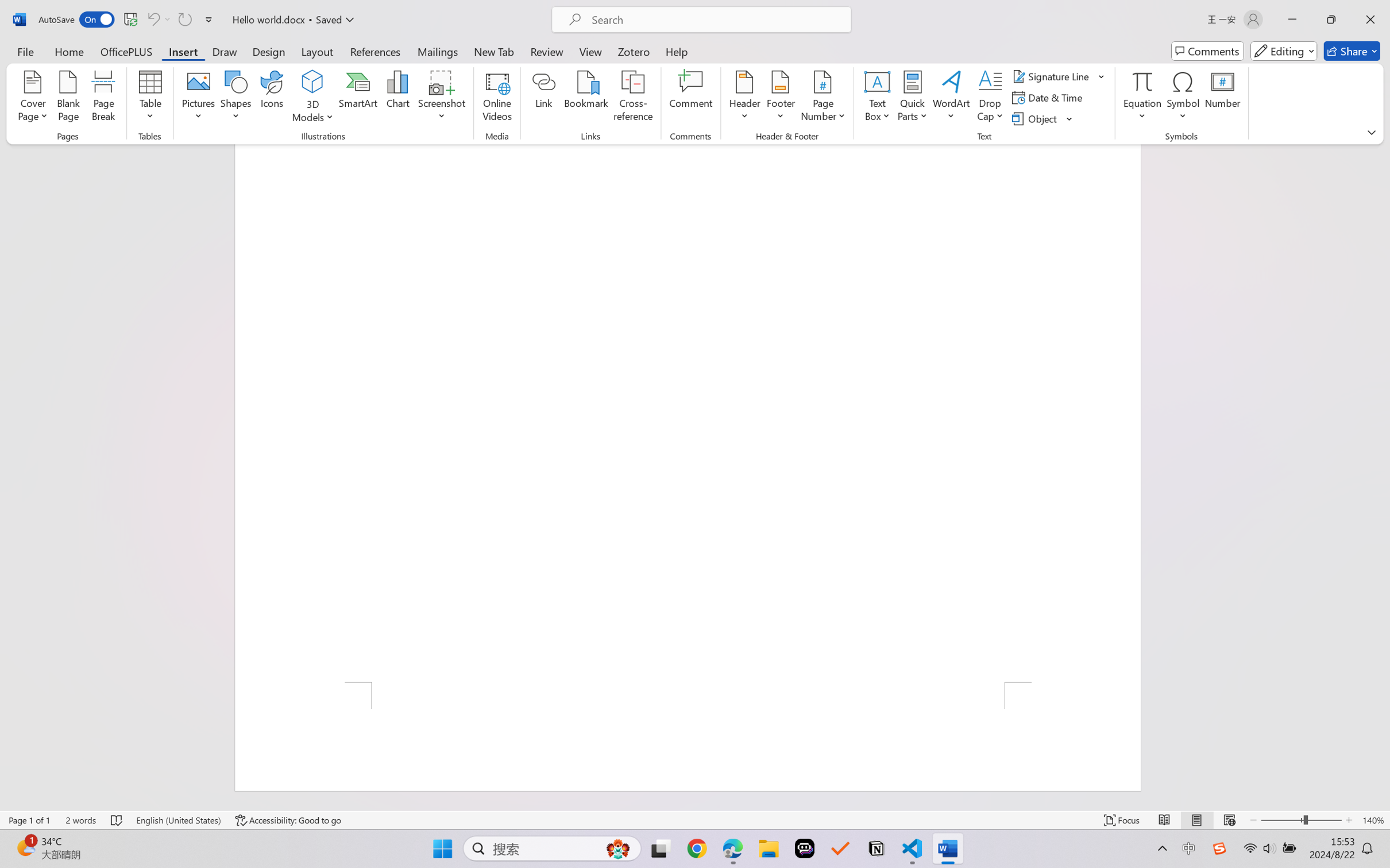 This screenshot has height=868, width=1390. Describe the element at coordinates (182, 51) in the screenshot. I see `'Insert'` at that location.